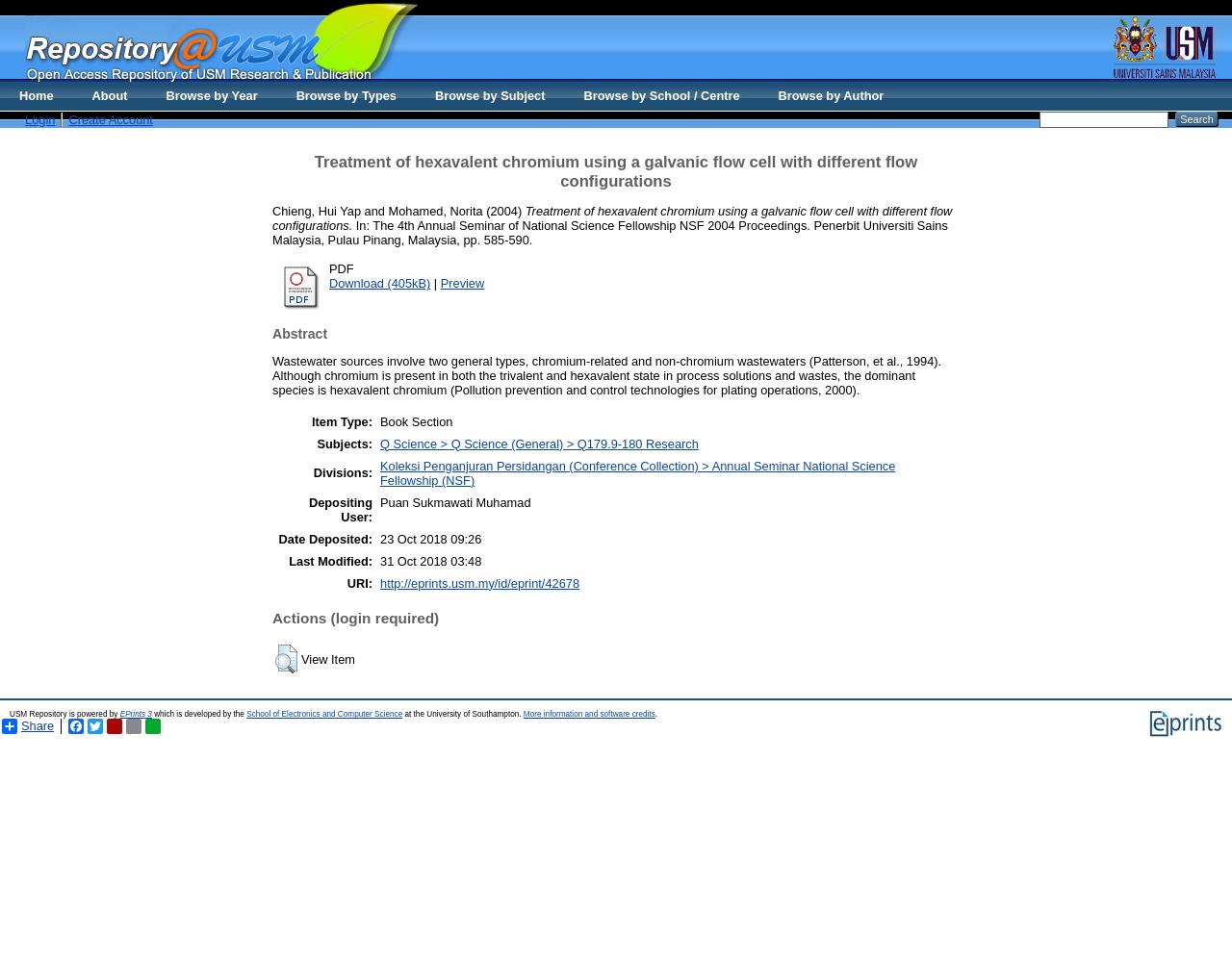  I want to click on 'Actions (login required)', so click(271, 618).